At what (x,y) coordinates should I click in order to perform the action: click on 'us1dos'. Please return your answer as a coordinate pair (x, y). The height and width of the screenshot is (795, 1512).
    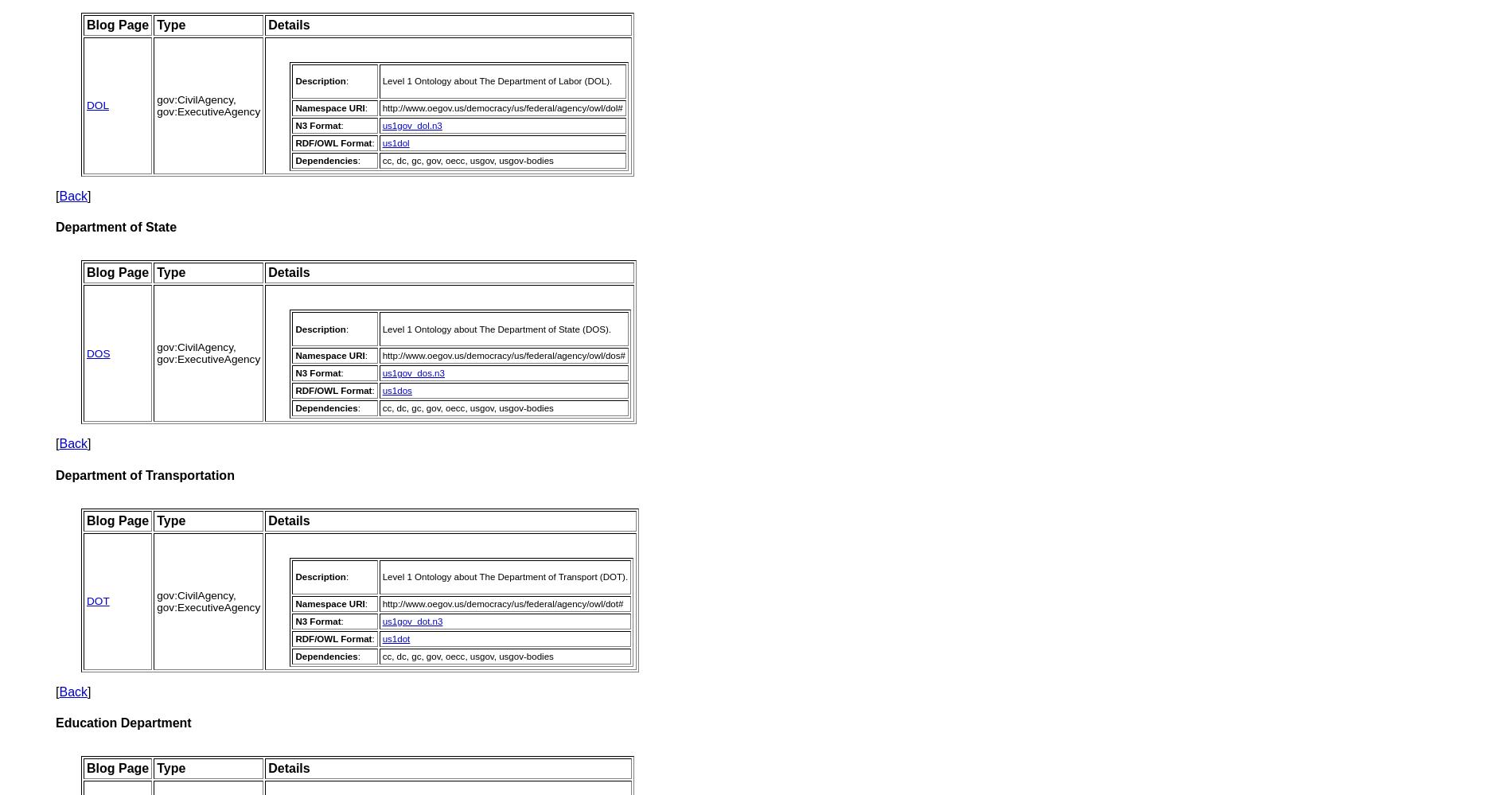
    Looking at the image, I should click on (396, 391).